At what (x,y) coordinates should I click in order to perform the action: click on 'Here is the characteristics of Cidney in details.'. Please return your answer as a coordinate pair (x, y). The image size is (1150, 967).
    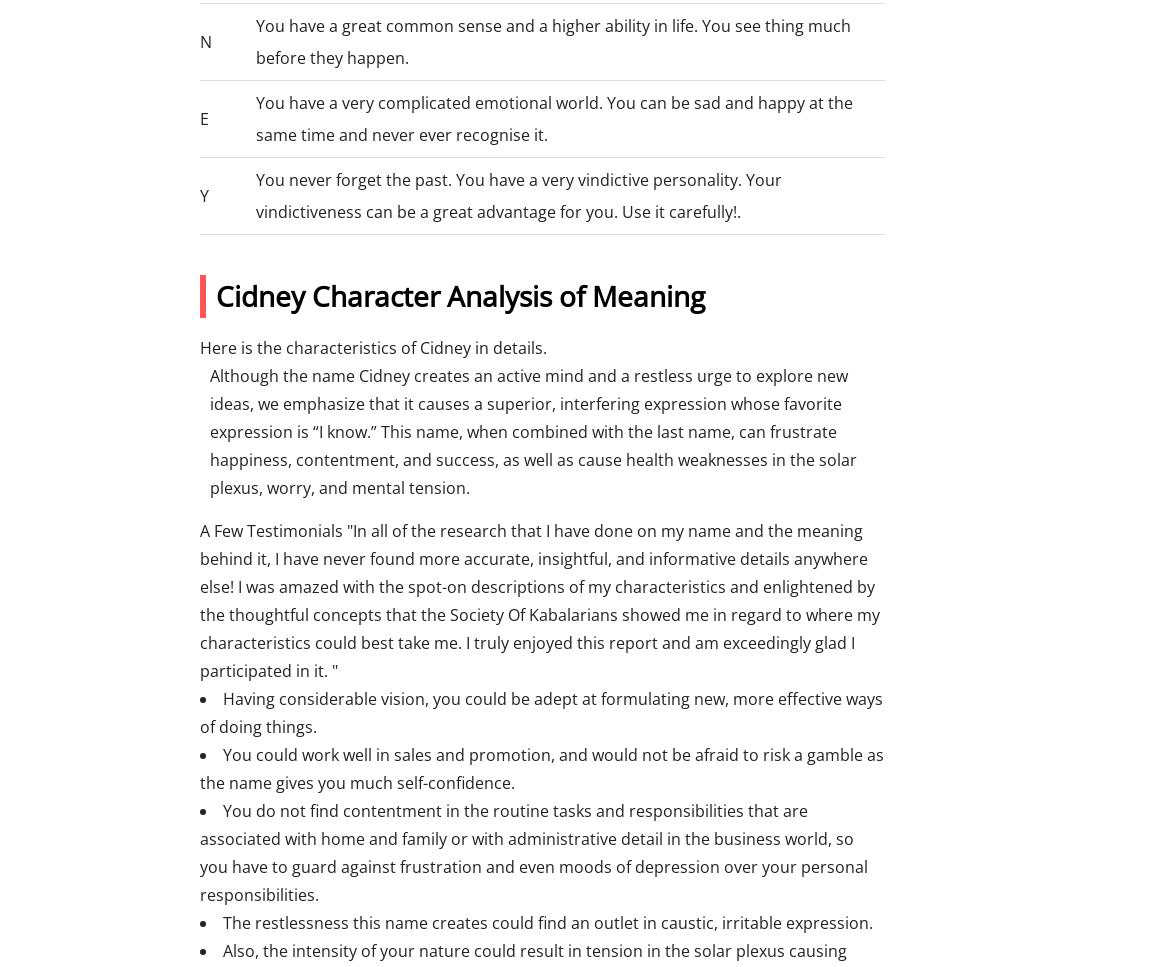
    Looking at the image, I should click on (373, 347).